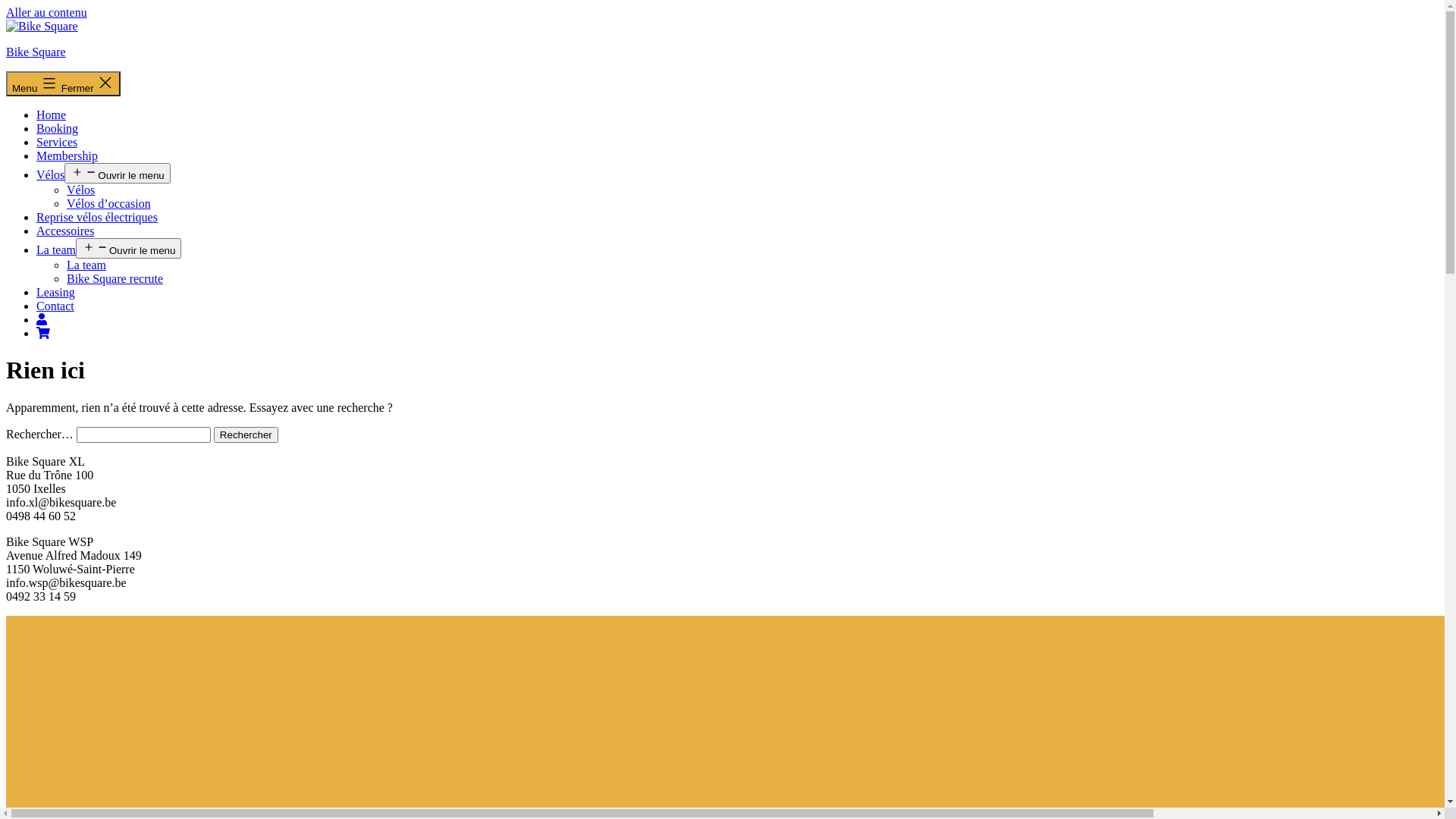  Describe the element at coordinates (55, 249) in the screenshot. I see `'La team'` at that location.